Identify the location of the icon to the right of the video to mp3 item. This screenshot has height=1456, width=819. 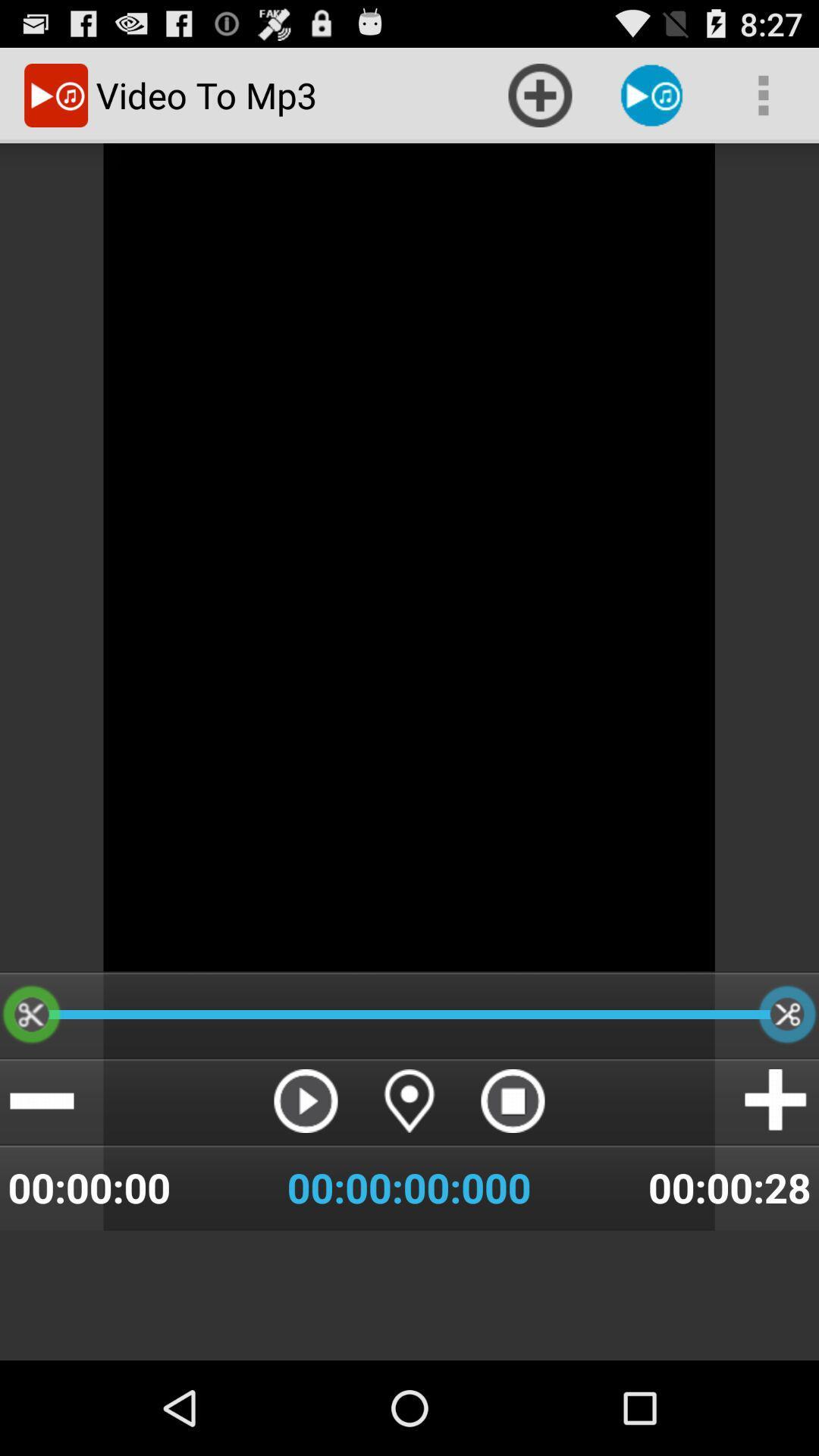
(539, 94).